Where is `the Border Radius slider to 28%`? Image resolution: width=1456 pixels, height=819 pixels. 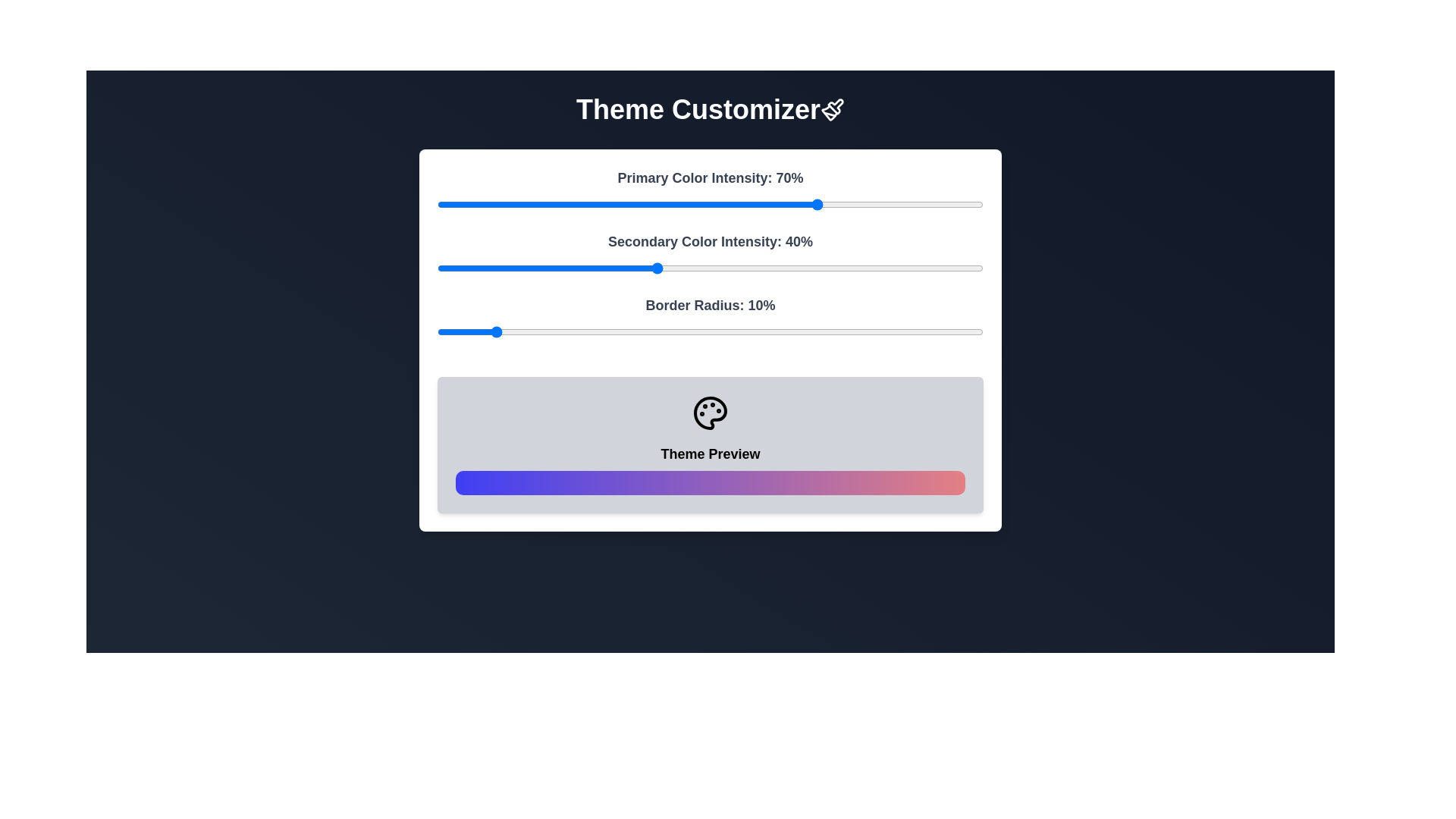 the Border Radius slider to 28% is located at coordinates (589, 331).